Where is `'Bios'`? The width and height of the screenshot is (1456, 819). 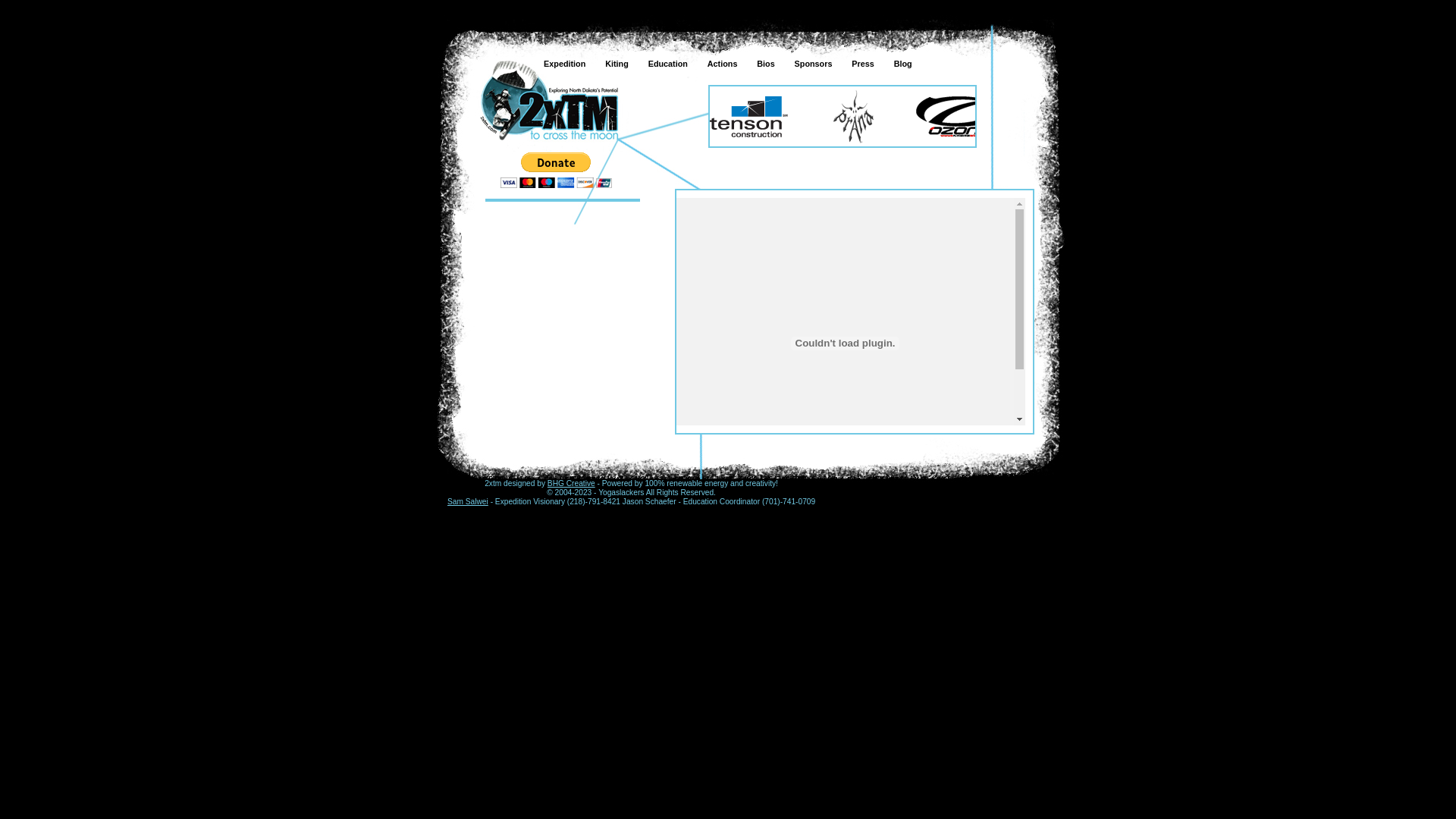 'Bios' is located at coordinates (764, 63).